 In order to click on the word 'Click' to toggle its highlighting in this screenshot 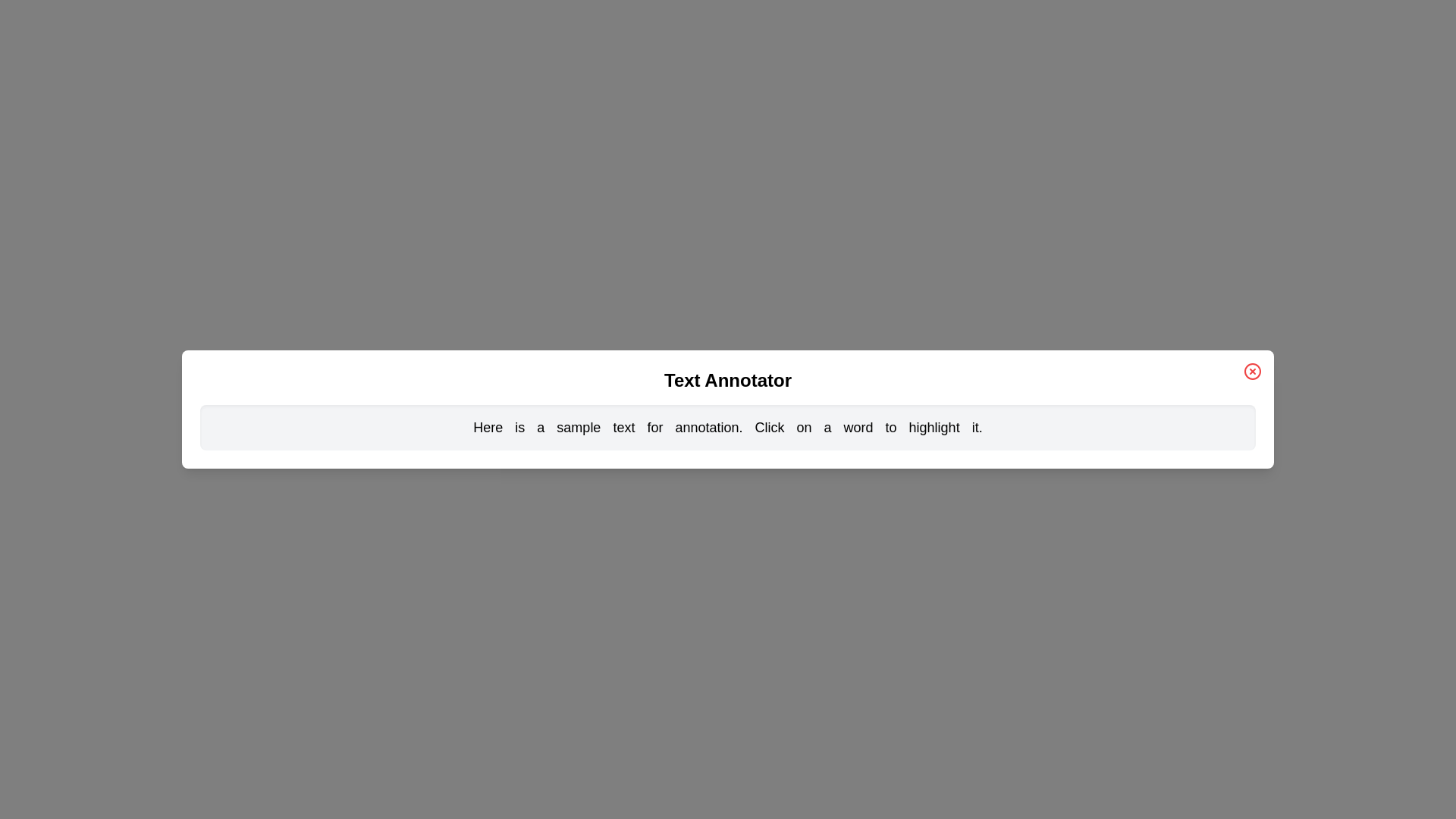, I will do `click(769, 427)`.